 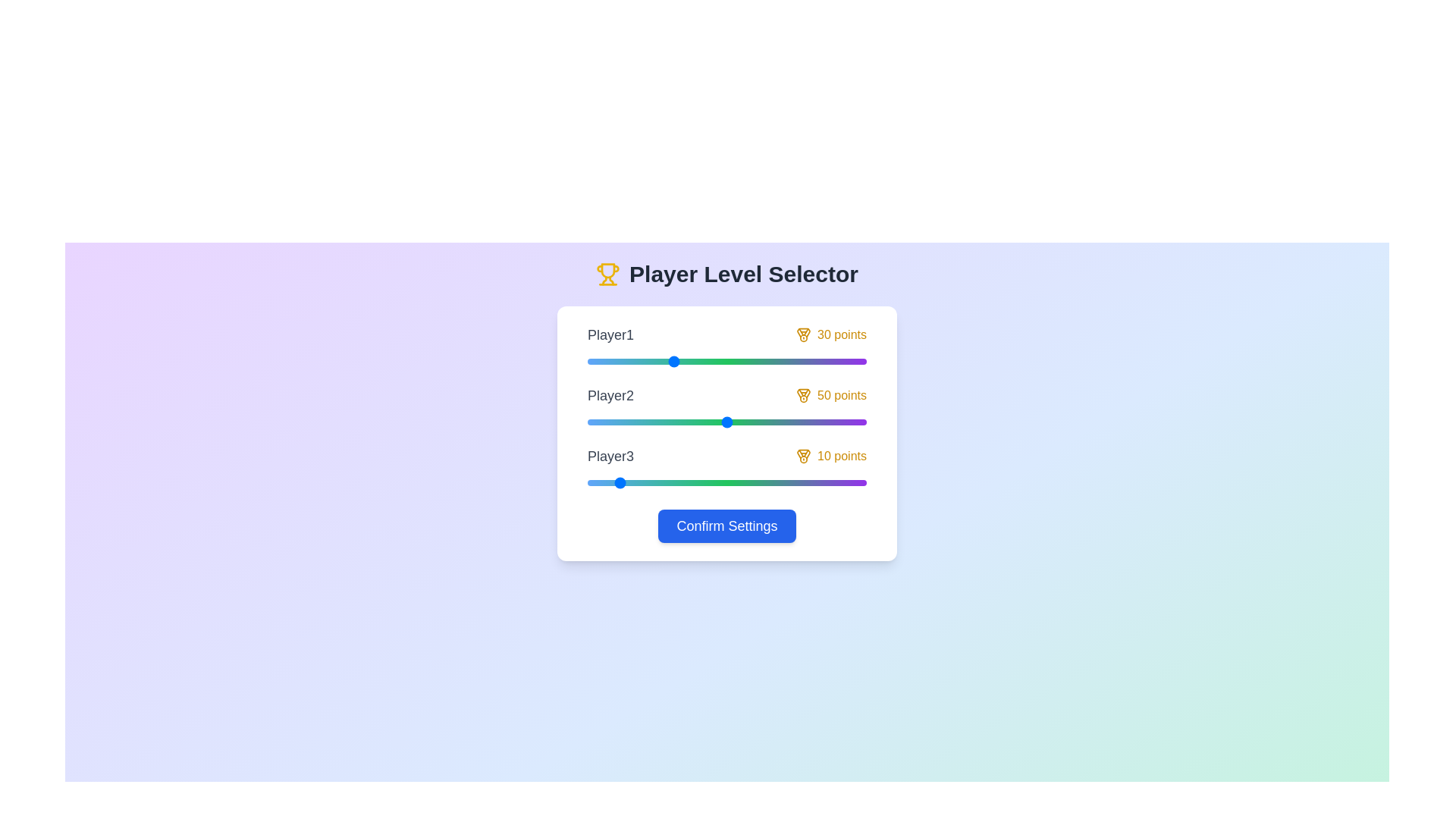 I want to click on the slider for Player3 to set their level to 14, so click(x=626, y=482).